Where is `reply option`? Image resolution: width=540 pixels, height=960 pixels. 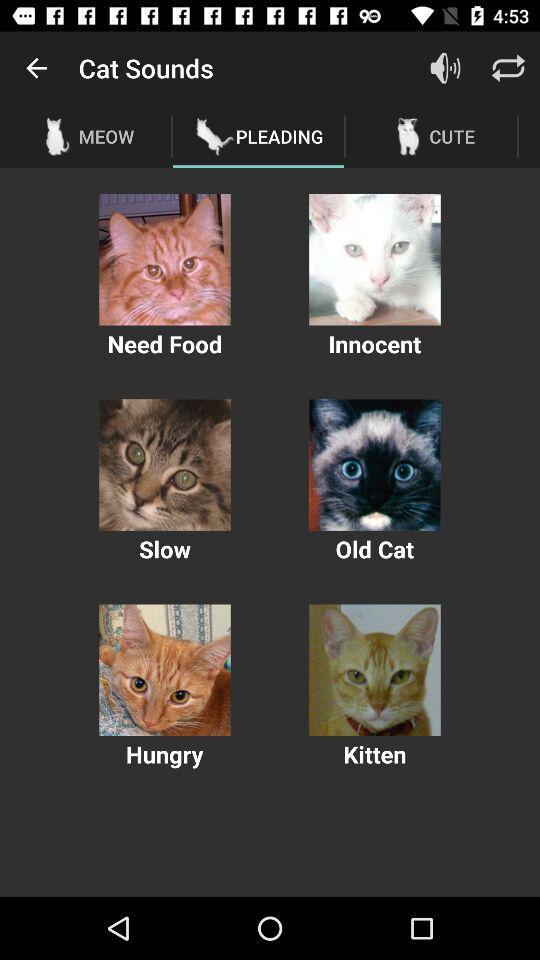 reply option is located at coordinates (508, 68).